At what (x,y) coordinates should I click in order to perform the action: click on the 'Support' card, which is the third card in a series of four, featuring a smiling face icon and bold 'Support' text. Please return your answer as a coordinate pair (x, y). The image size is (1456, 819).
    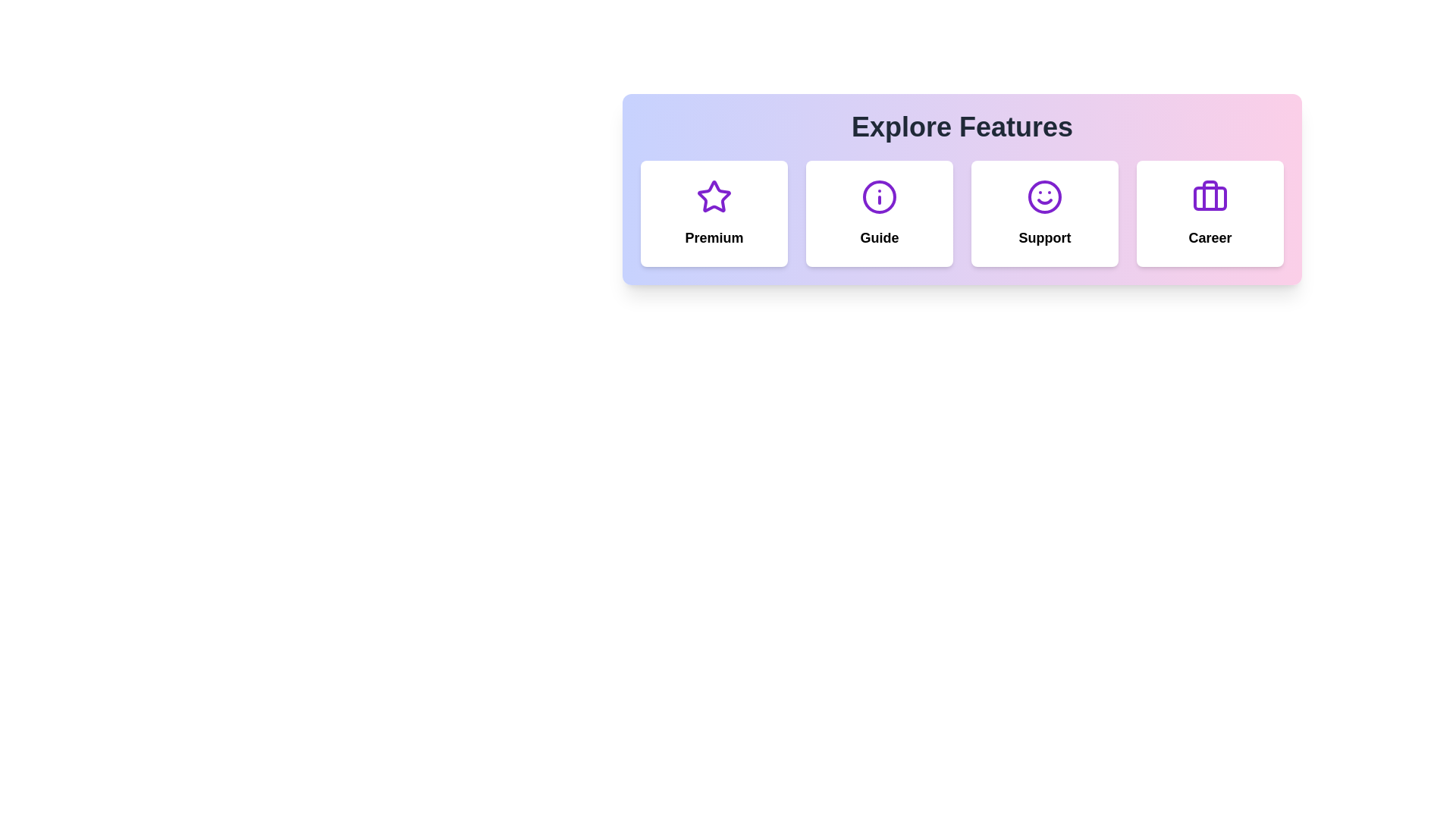
    Looking at the image, I should click on (1043, 213).